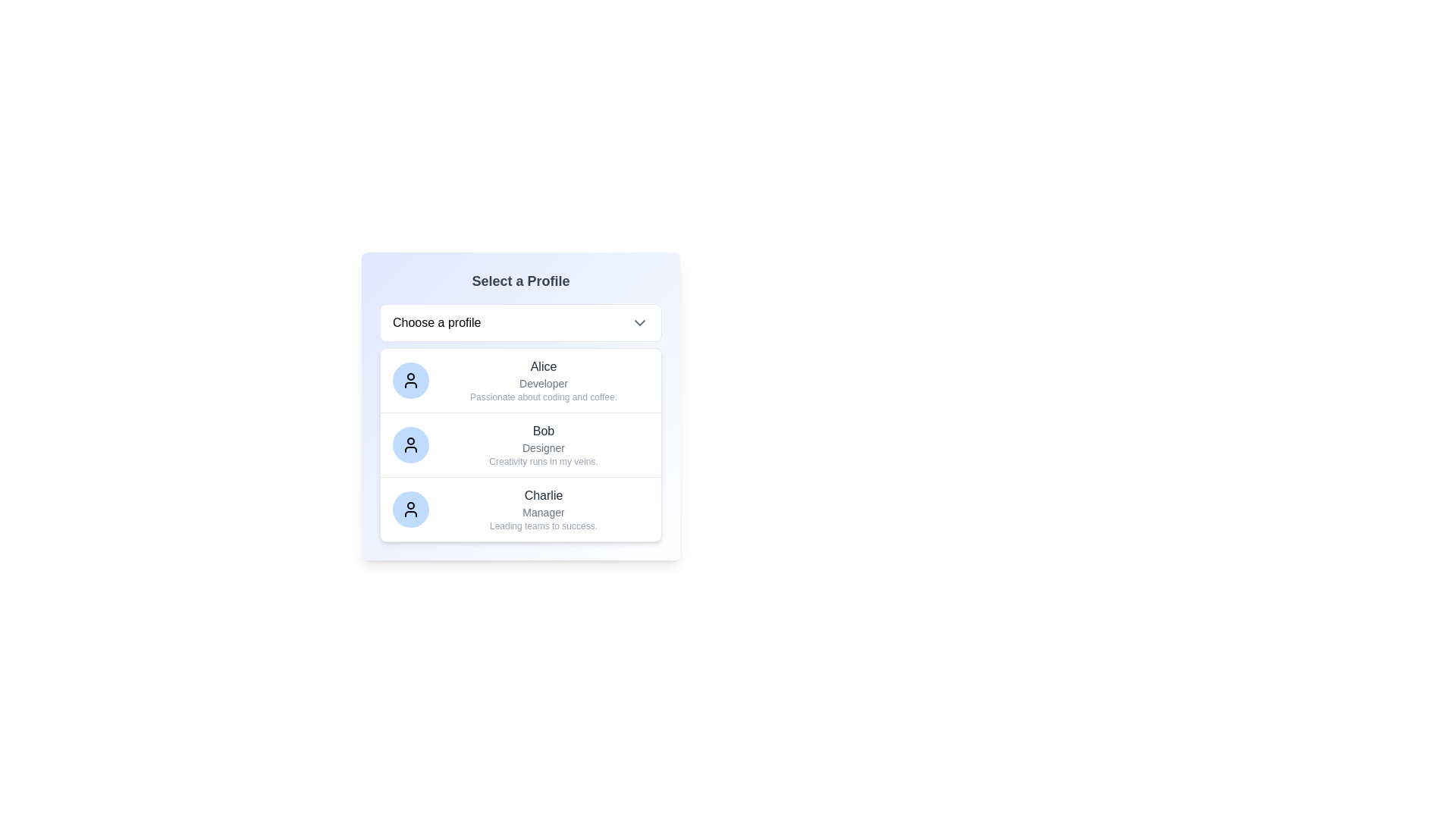 This screenshot has height=819, width=1456. What do you see at coordinates (543, 496) in the screenshot?
I see `text label displaying the name 'Charlie', which is a dark gray, medium-weight font located centrally within the third profile option in the profile selection interface` at bounding box center [543, 496].